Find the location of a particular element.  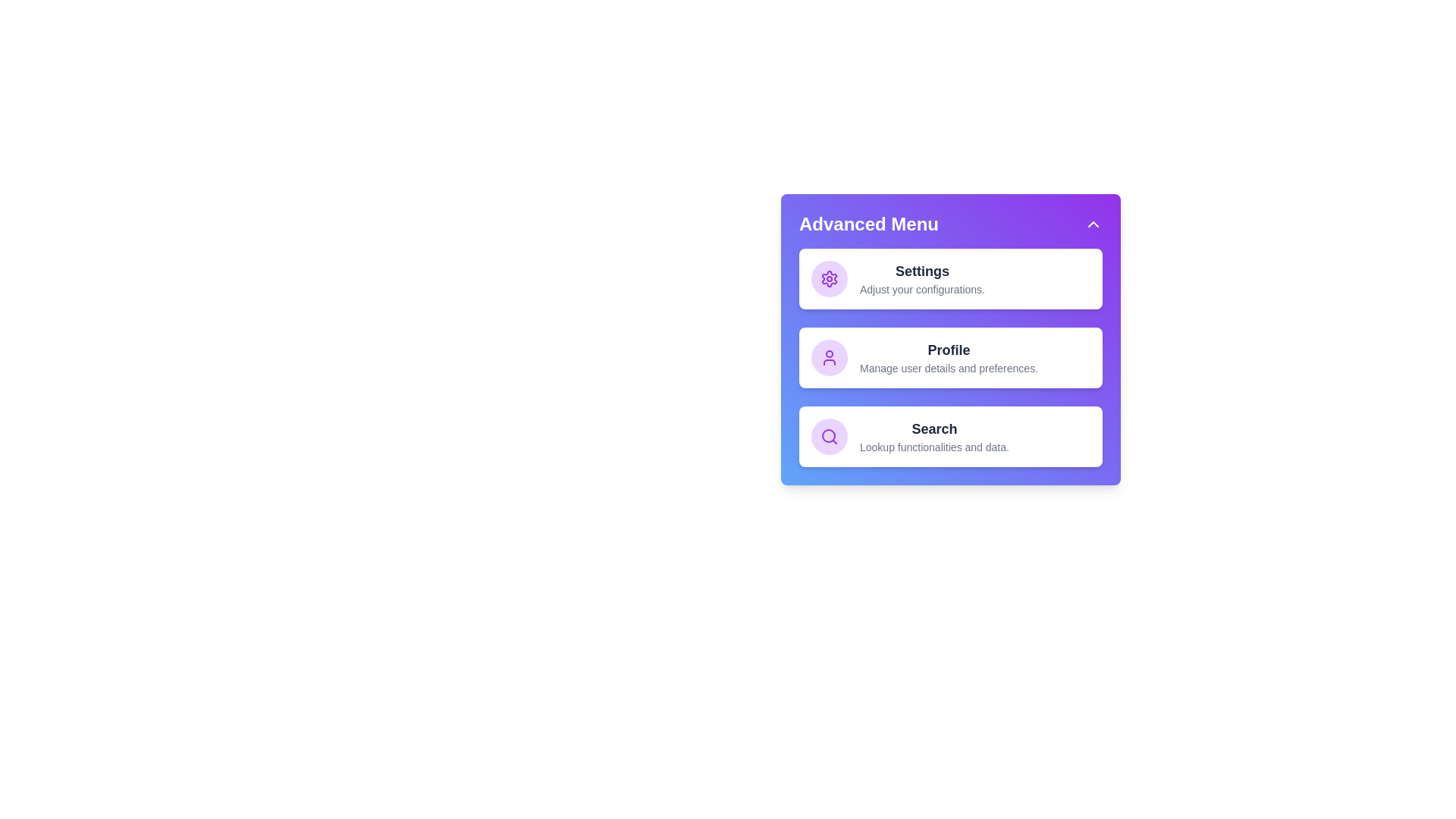

the menu option Profile to observe its hover effect is located at coordinates (949, 357).